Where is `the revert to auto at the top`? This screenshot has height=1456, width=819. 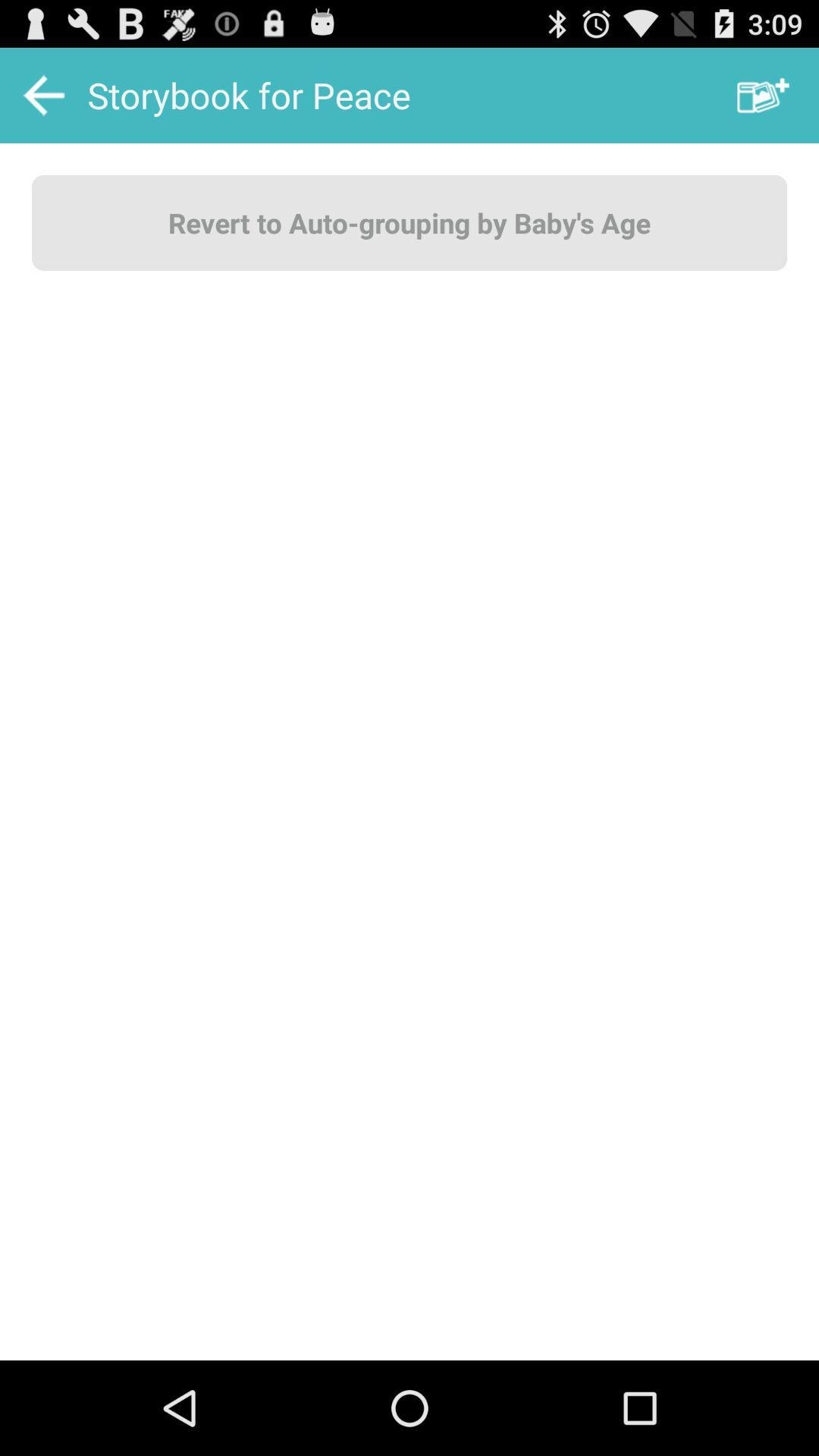 the revert to auto at the top is located at coordinates (409, 221).